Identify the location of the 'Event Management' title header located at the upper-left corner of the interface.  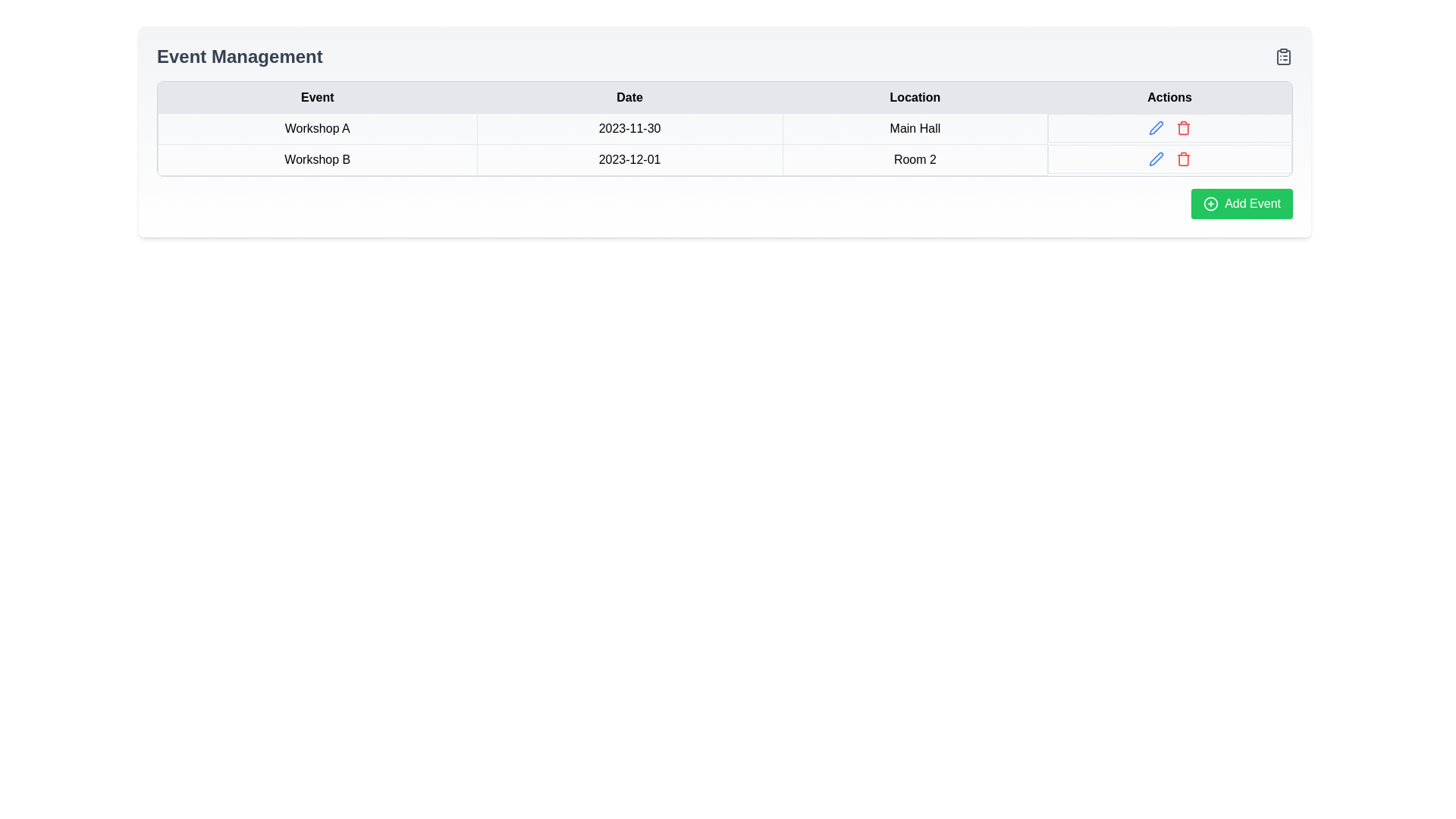
(239, 55).